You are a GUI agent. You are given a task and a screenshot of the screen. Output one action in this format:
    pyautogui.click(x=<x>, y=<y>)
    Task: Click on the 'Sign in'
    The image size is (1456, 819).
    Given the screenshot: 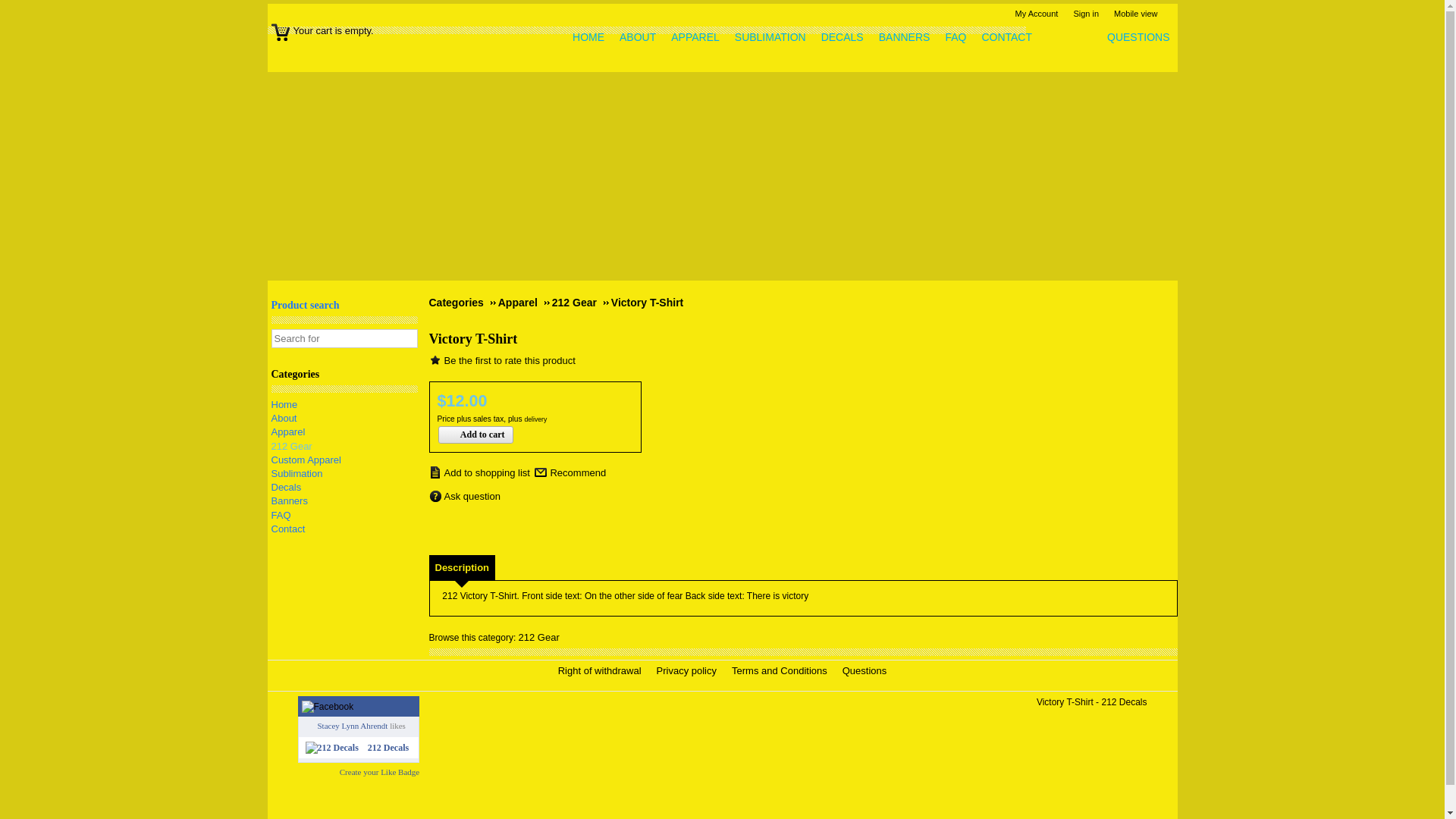 What is the action you would take?
    pyautogui.click(x=1088, y=14)
    